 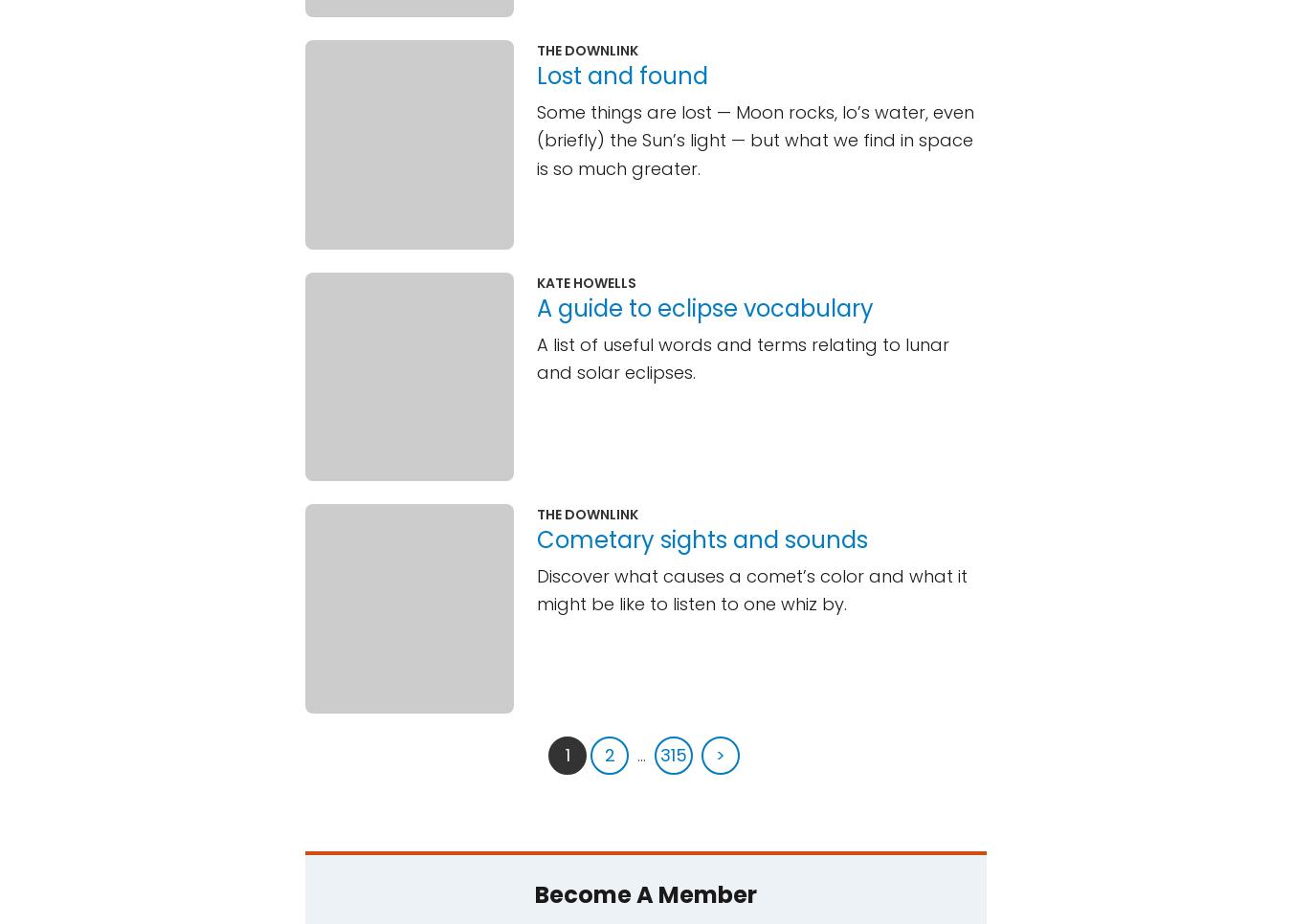 What do you see at coordinates (587, 281) in the screenshot?
I see `'Kate Howells'` at bounding box center [587, 281].